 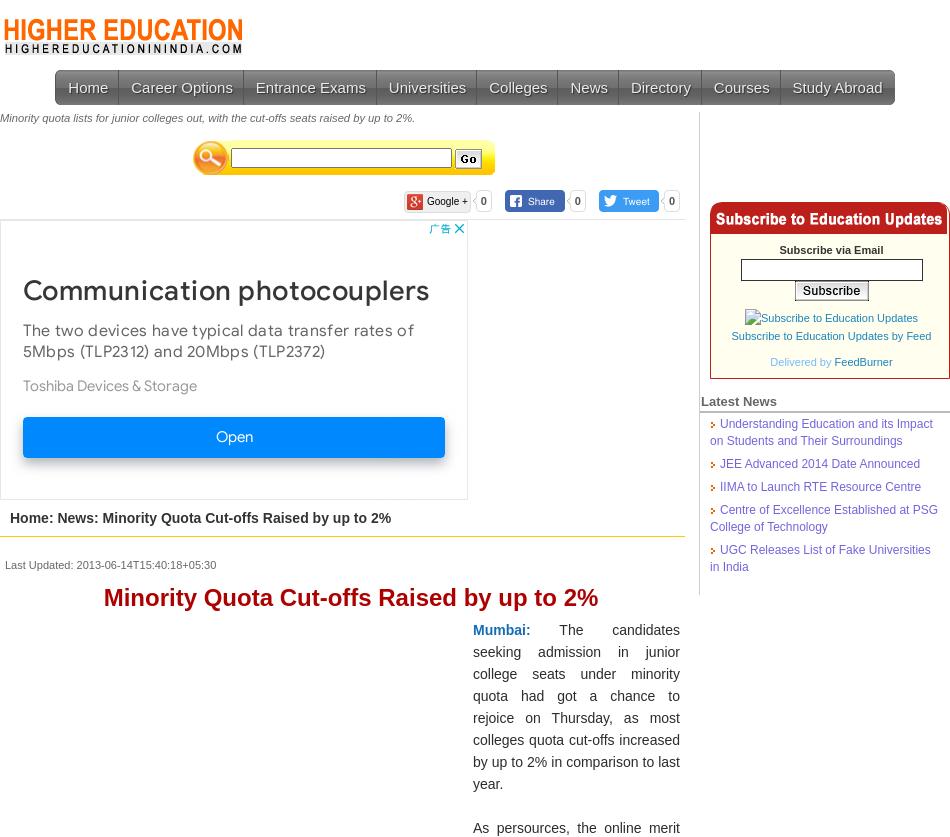 I want to click on 'News', so click(x=589, y=87).